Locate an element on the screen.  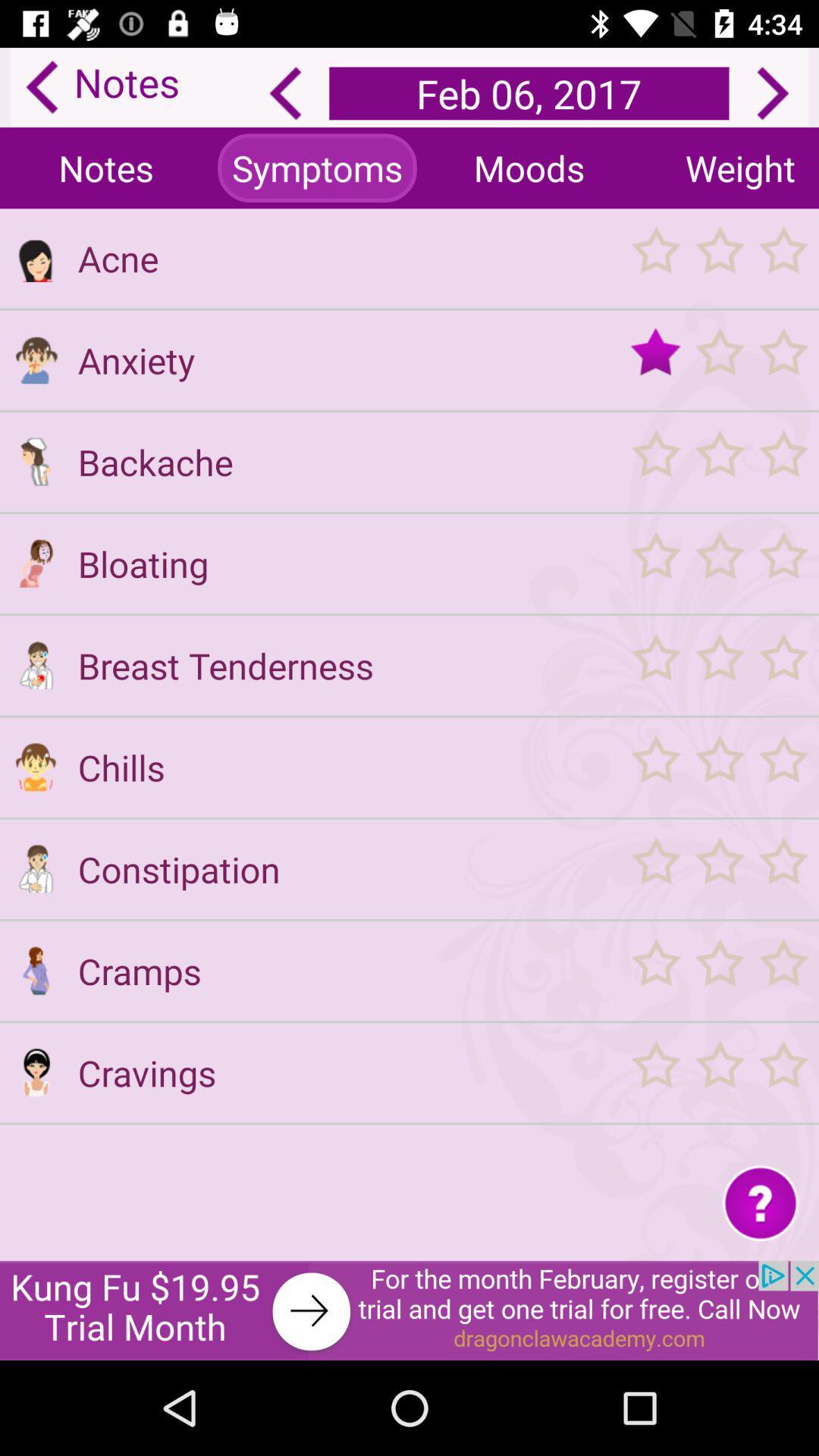
star readding is located at coordinates (718, 665).